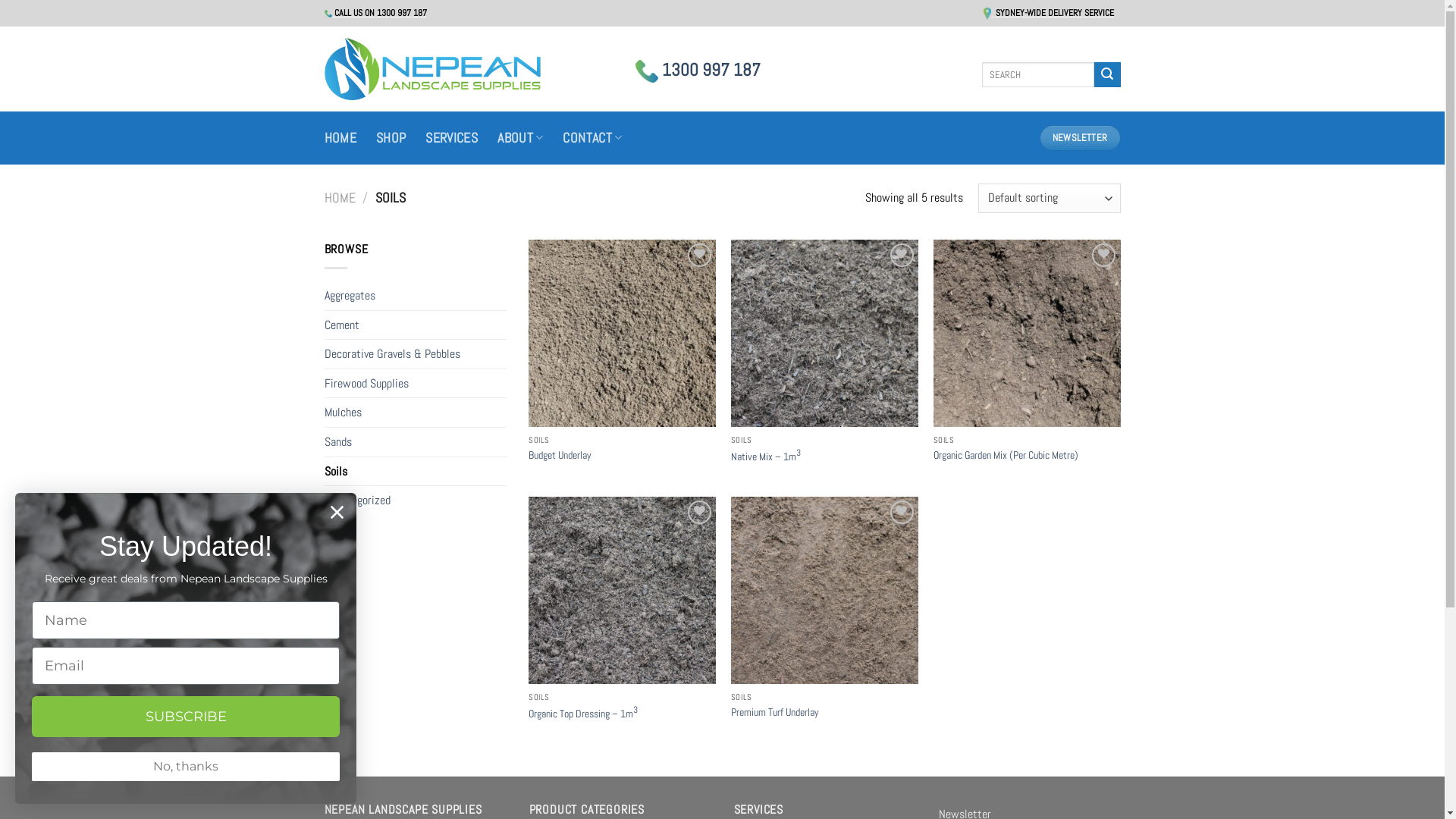 This screenshot has height=819, width=1456. Describe the element at coordinates (323, 441) in the screenshot. I see `'Sands'` at that location.